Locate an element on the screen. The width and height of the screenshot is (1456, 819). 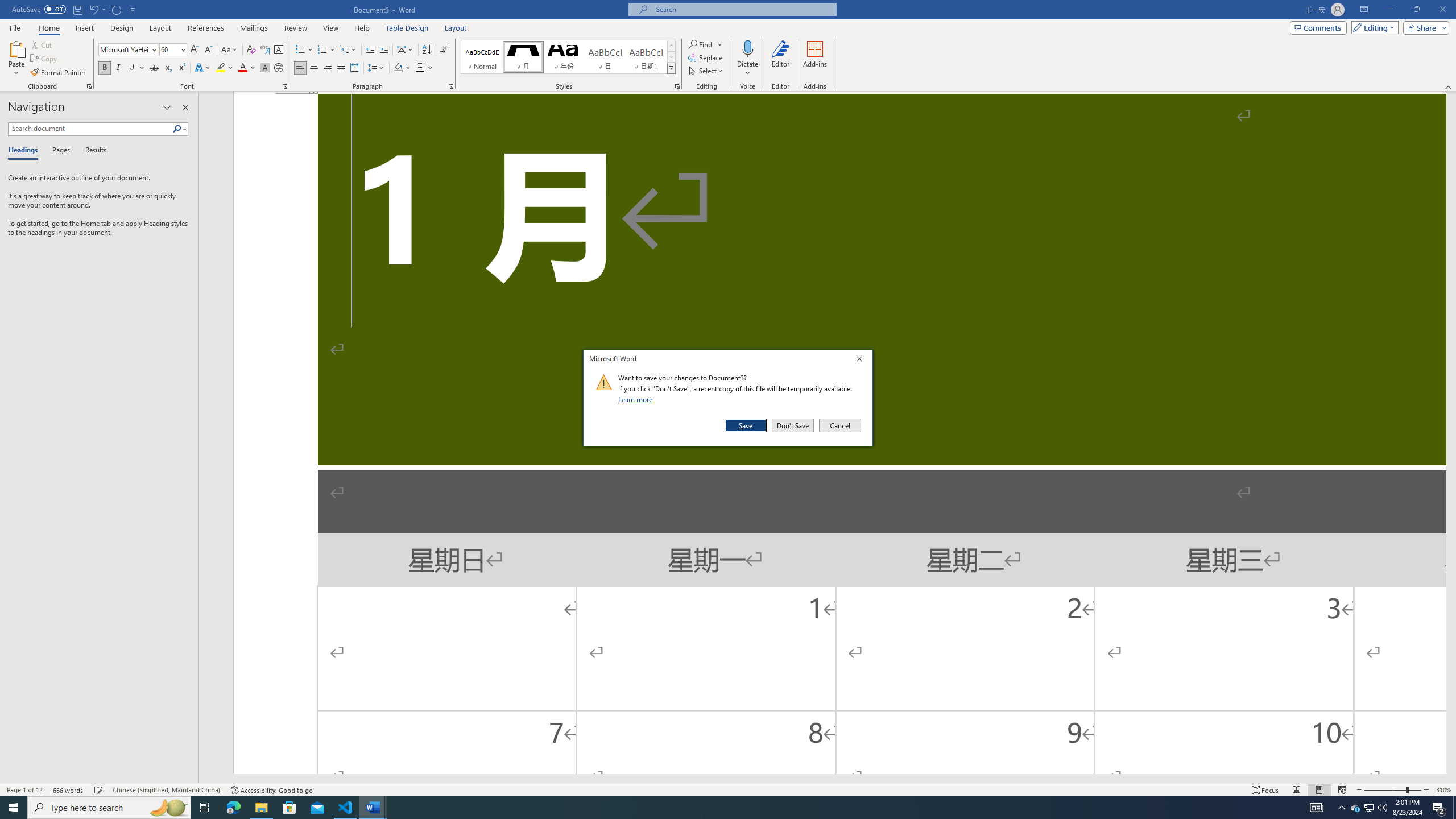
'Text Highlight Color' is located at coordinates (225, 67).